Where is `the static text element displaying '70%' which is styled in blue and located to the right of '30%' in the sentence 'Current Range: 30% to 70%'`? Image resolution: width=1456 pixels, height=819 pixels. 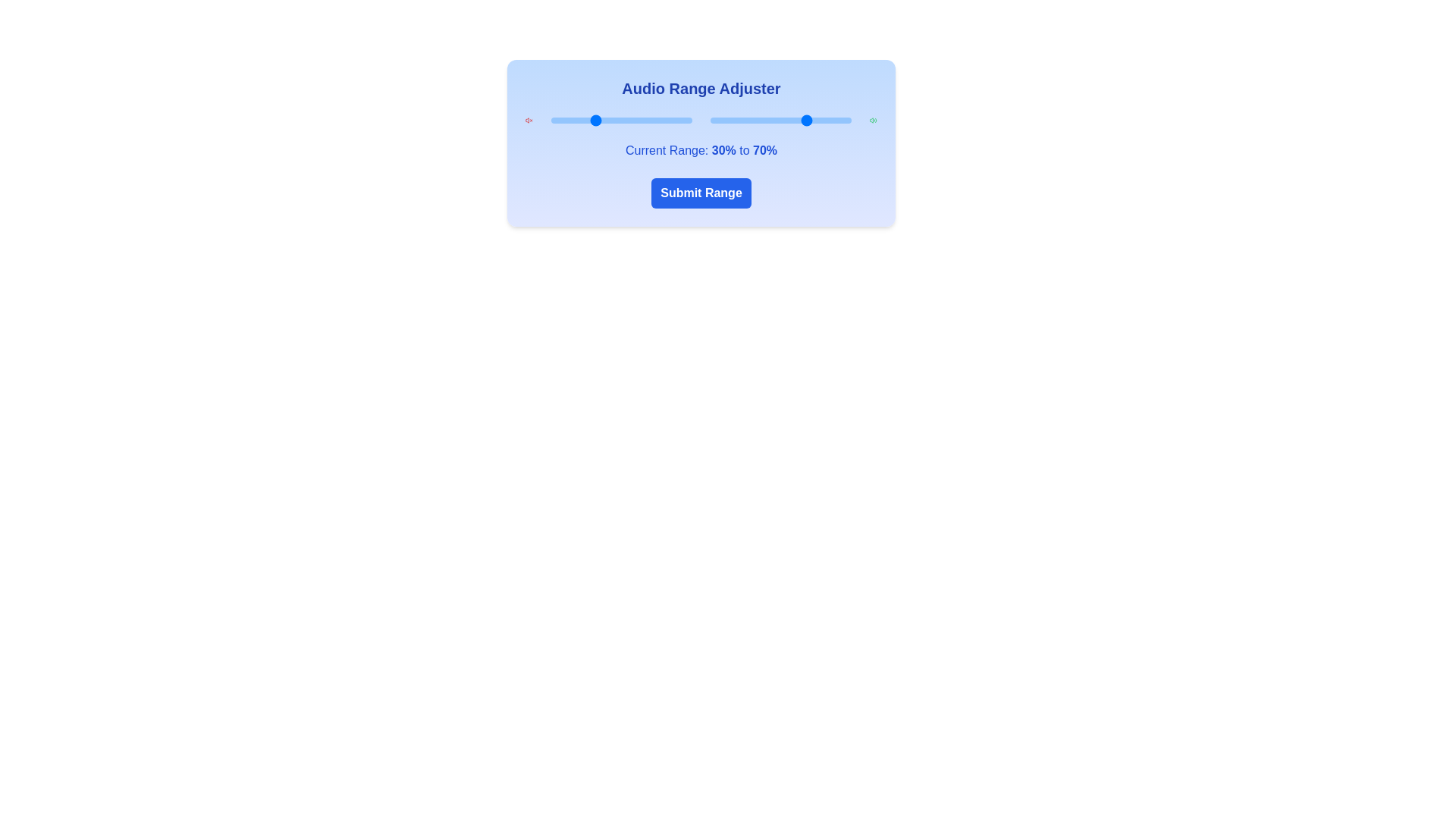
the static text element displaying '70%' which is styled in blue and located to the right of '30%' in the sentence 'Current Range: 30% to 70%' is located at coordinates (764, 150).